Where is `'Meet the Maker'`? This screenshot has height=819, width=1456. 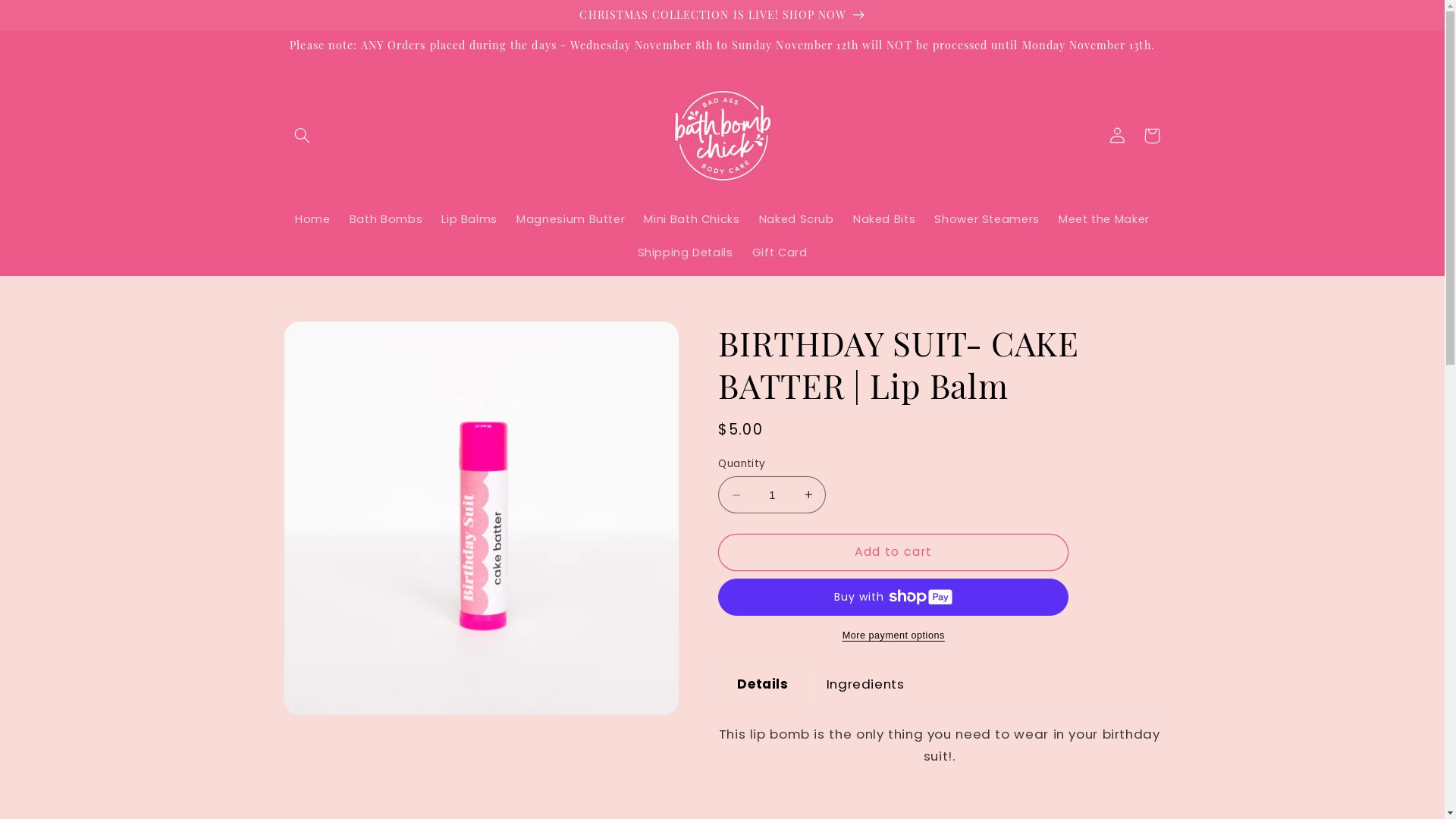
'Meet the Maker' is located at coordinates (1103, 219).